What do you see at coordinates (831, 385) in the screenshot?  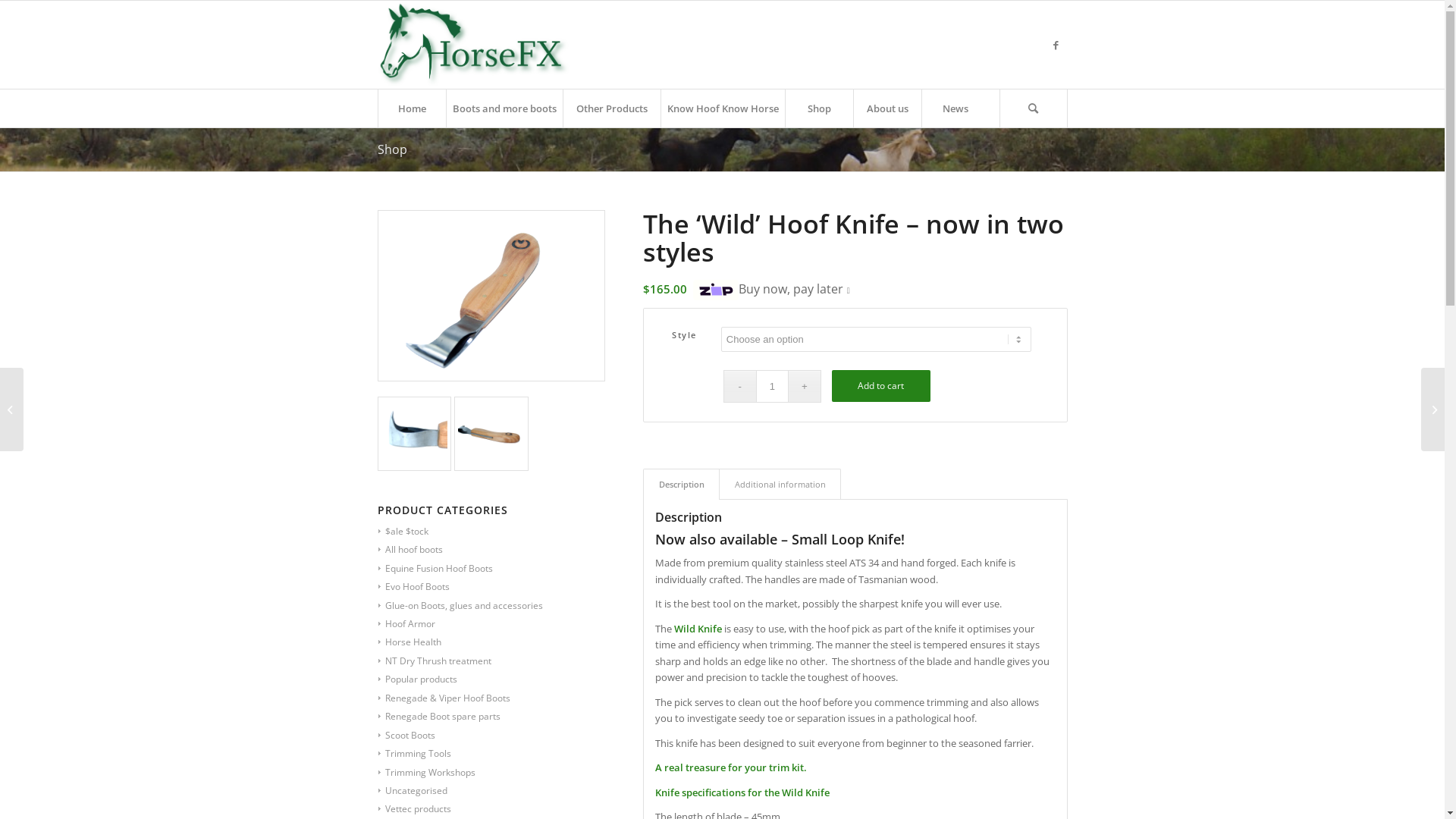 I see `'Add to cart'` at bounding box center [831, 385].